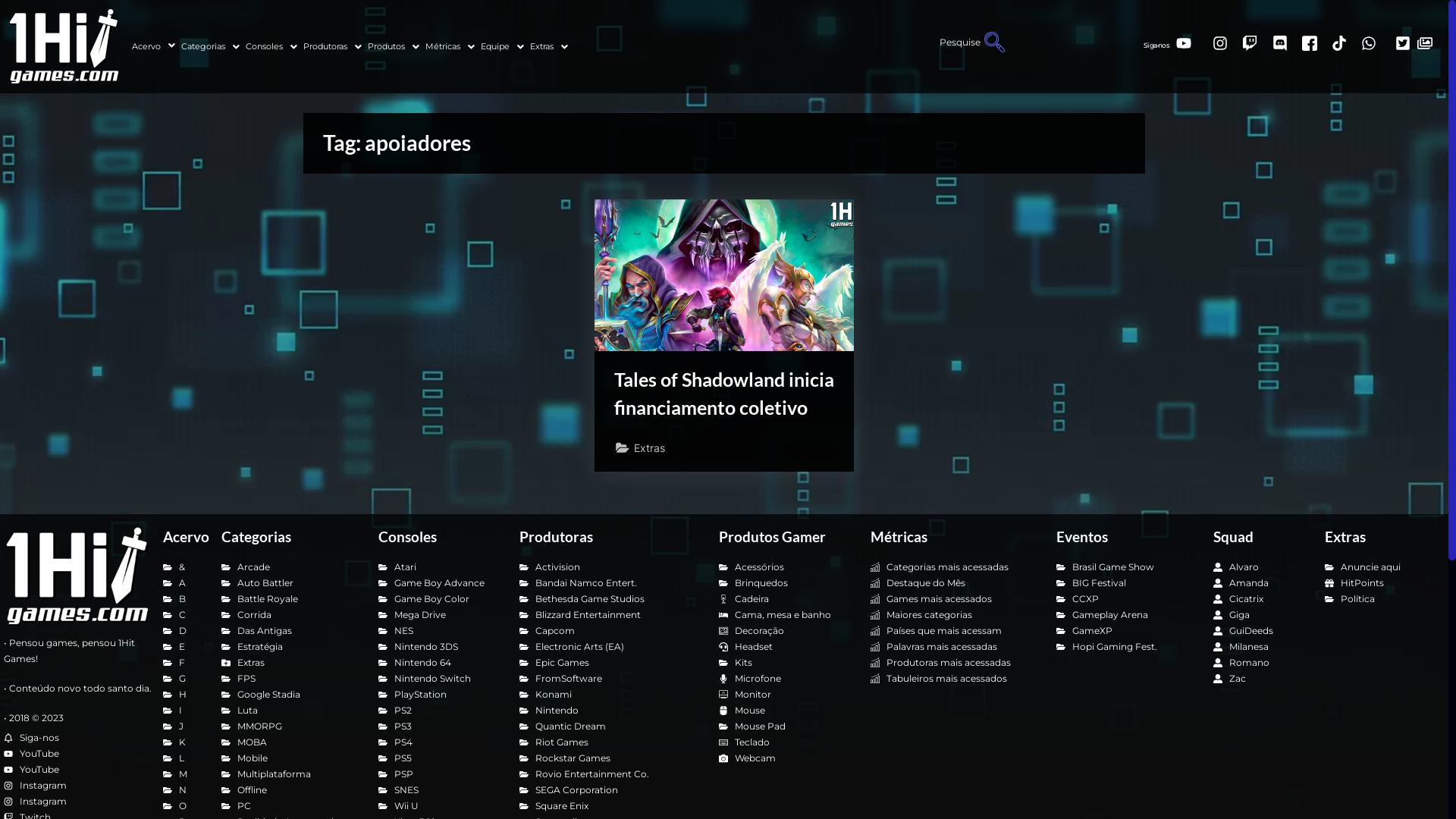 The image size is (1456, 819). I want to click on 'HitPoints', so click(1382, 582).